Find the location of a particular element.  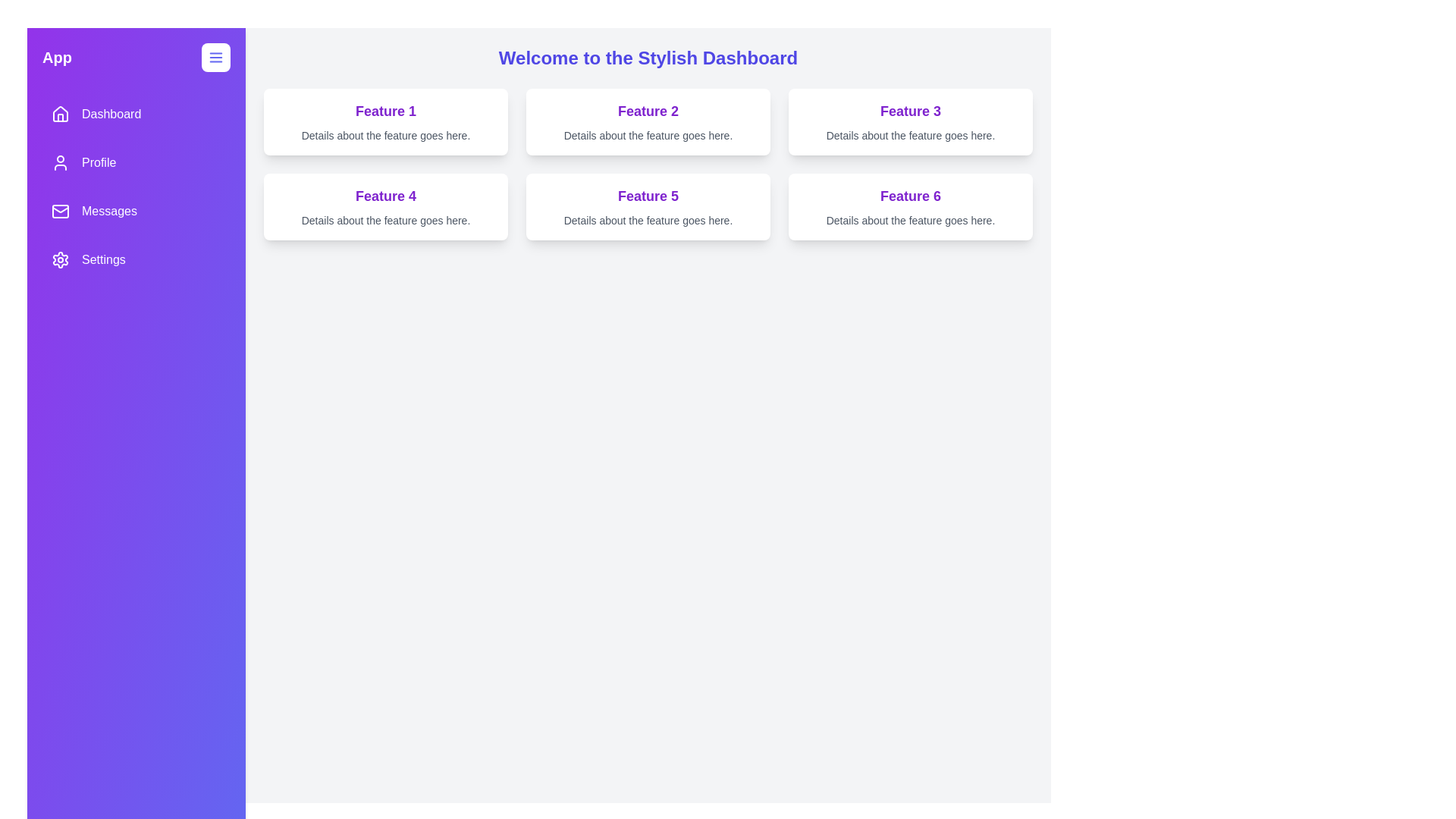

the informational card labeled 'Feature 1', located in the top-left corner of a 2-row by 3-column grid layout, directly below the header text 'Welcome to the Stylish Dashboard' is located at coordinates (385, 121).